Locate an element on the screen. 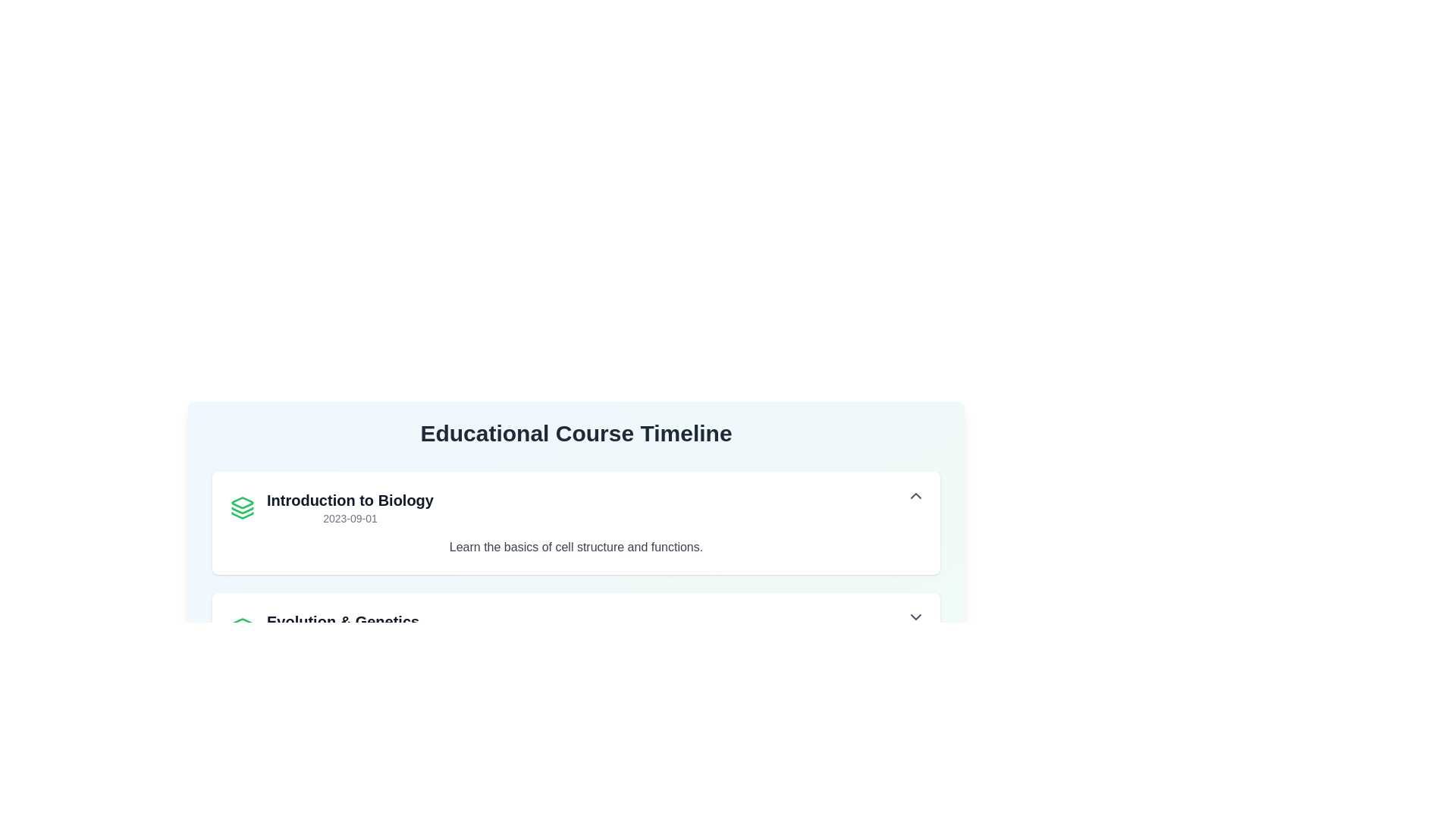 The width and height of the screenshot is (1456, 819). the chevron-up icon located at the top-right corner of the 'Introduction to Biology' card is located at coordinates (915, 496).